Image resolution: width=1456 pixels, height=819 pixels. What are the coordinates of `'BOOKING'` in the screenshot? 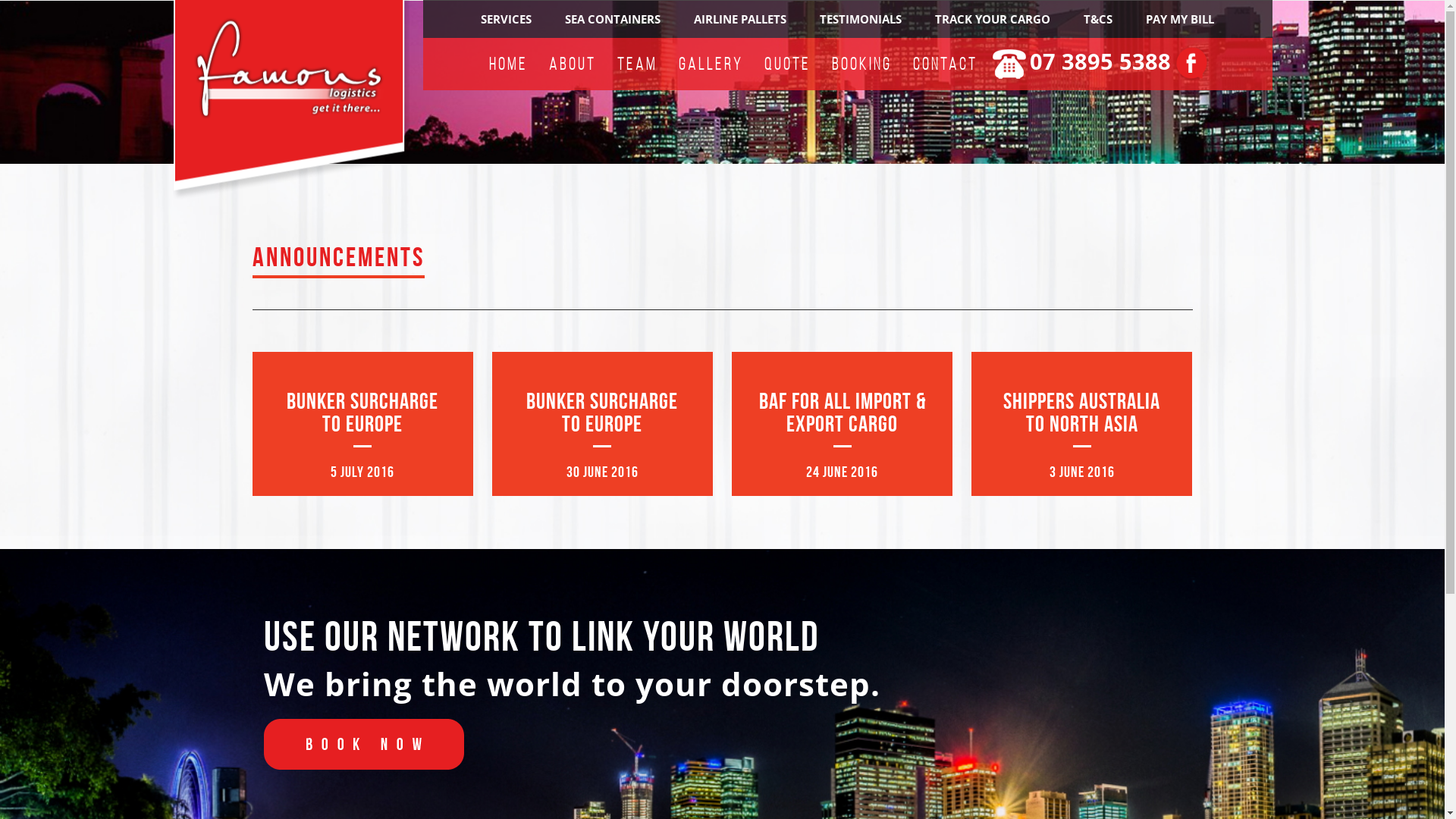 It's located at (824, 63).